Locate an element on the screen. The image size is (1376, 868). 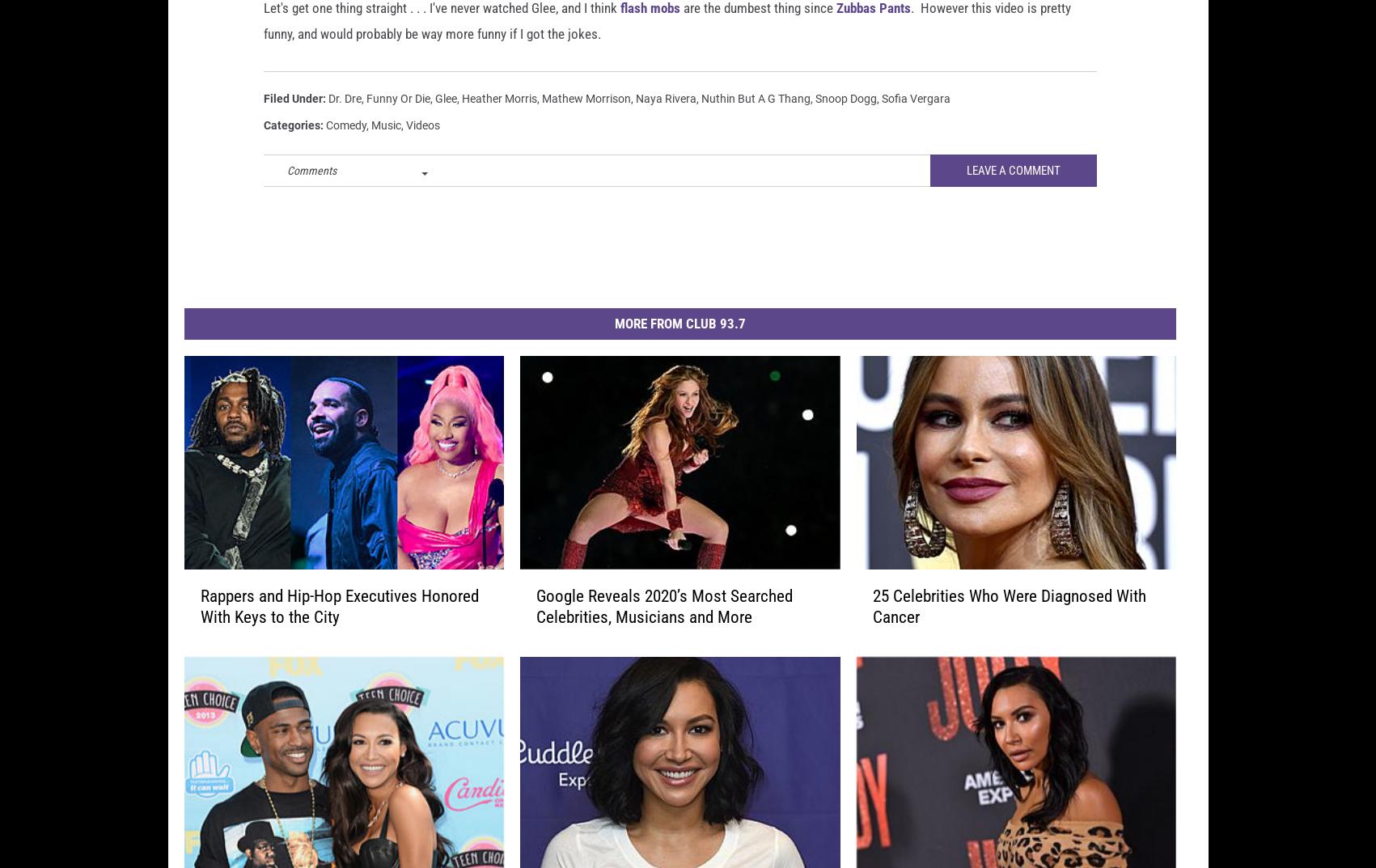
'Videos' is located at coordinates (422, 151).